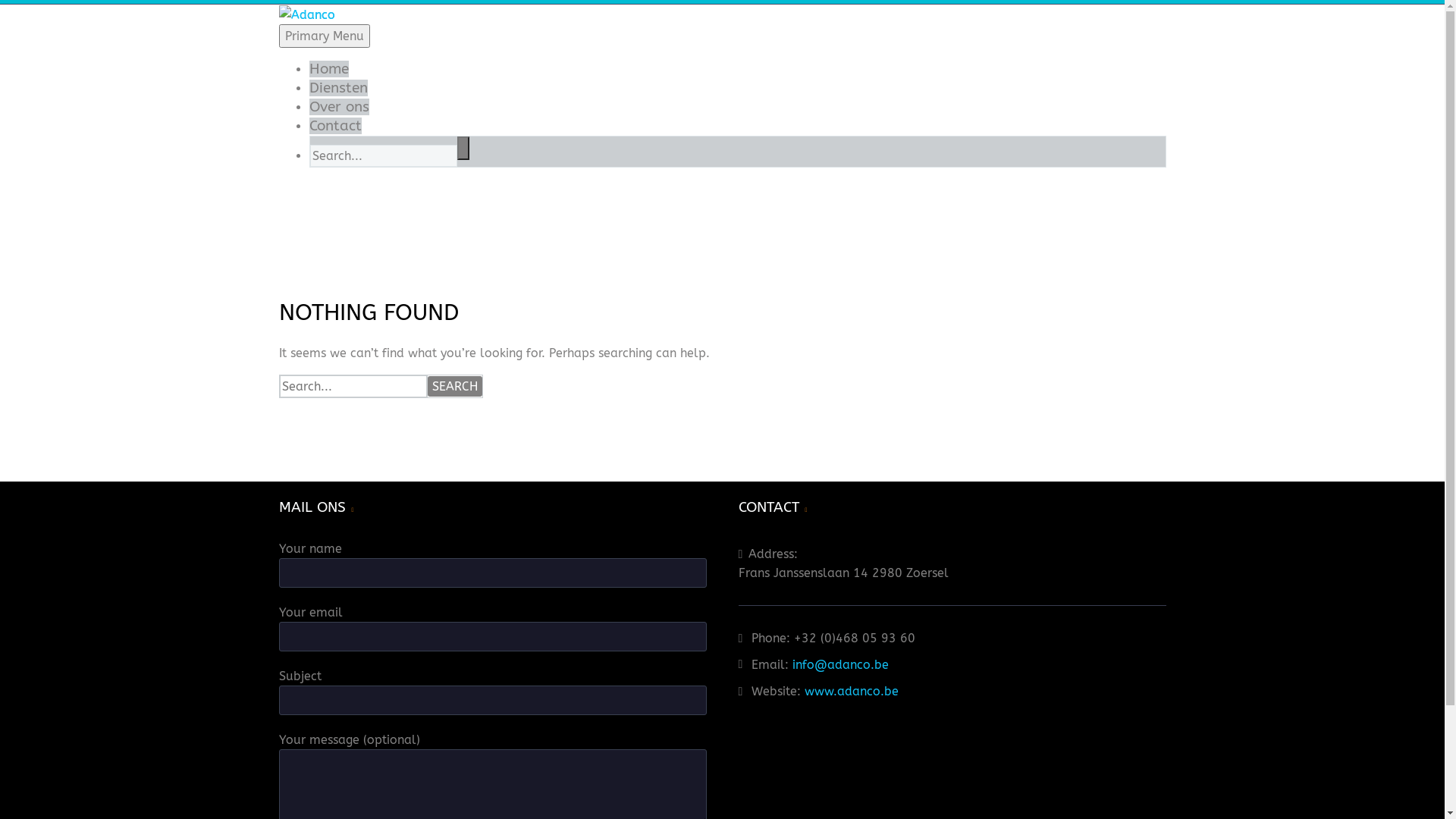 The width and height of the screenshot is (1456, 819). Describe the element at coordinates (279, 35) in the screenshot. I see `'Primary Menu'` at that location.